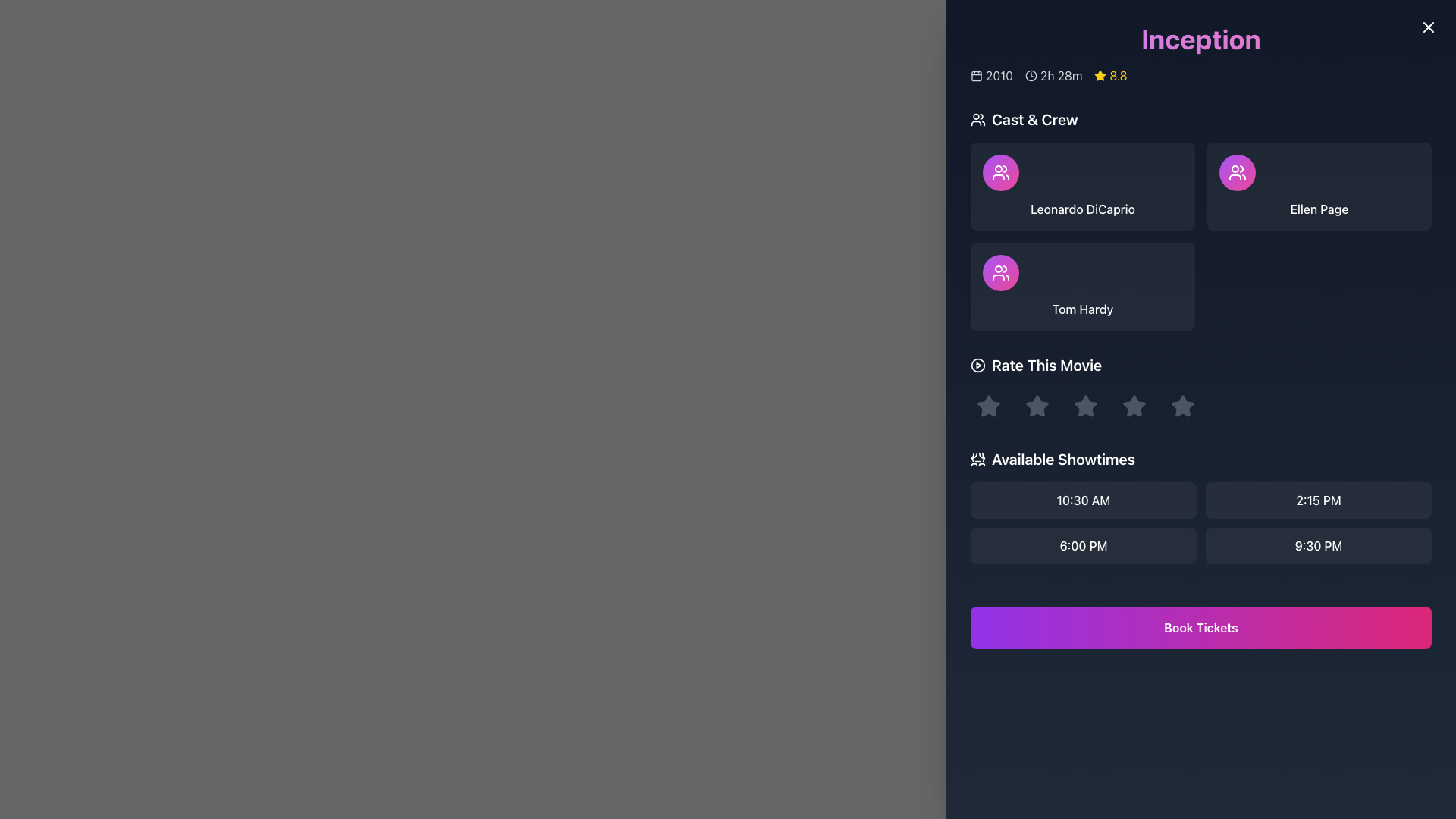 Image resolution: width=1456 pixels, height=819 pixels. I want to click on the second star icon in the 'Rate This Movie' section to trigger the interactive effect, so click(1084, 405).